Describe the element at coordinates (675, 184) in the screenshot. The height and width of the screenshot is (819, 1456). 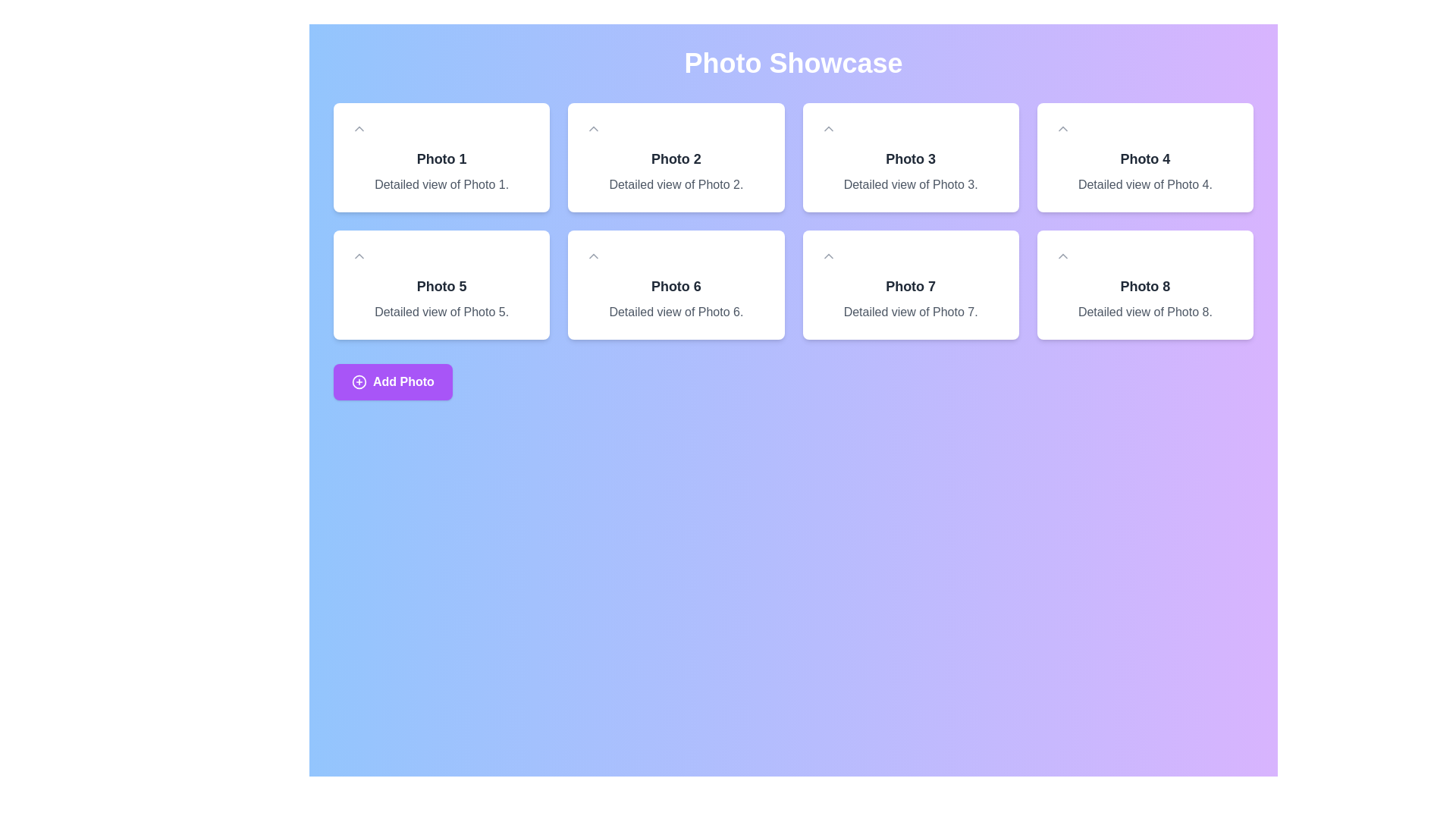
I see `detailed descriptive text located below the title 'Photo 2' in the second card of the grid layout` at that location.